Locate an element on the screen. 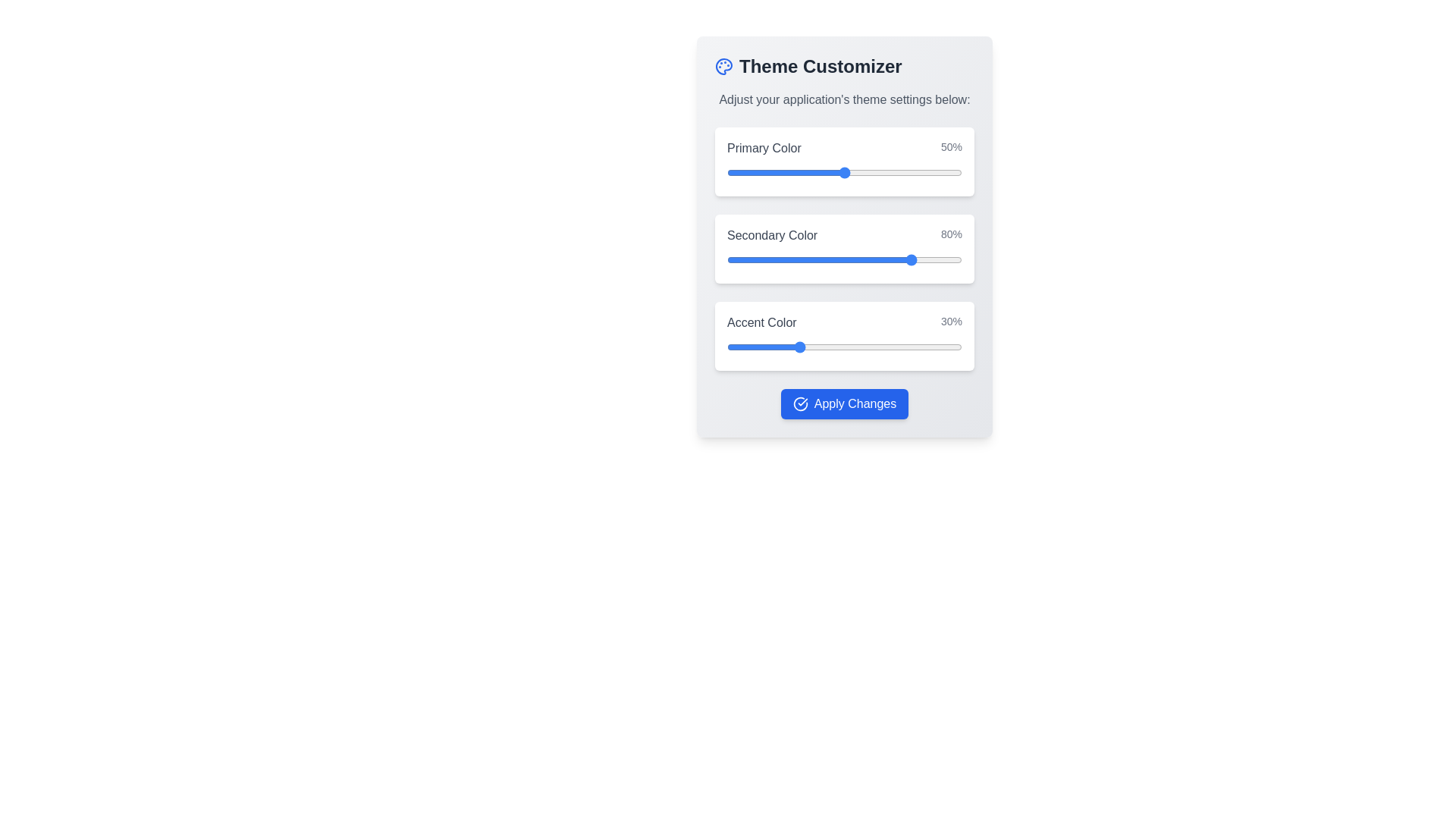  the slider is located at coordinates (882, 171).